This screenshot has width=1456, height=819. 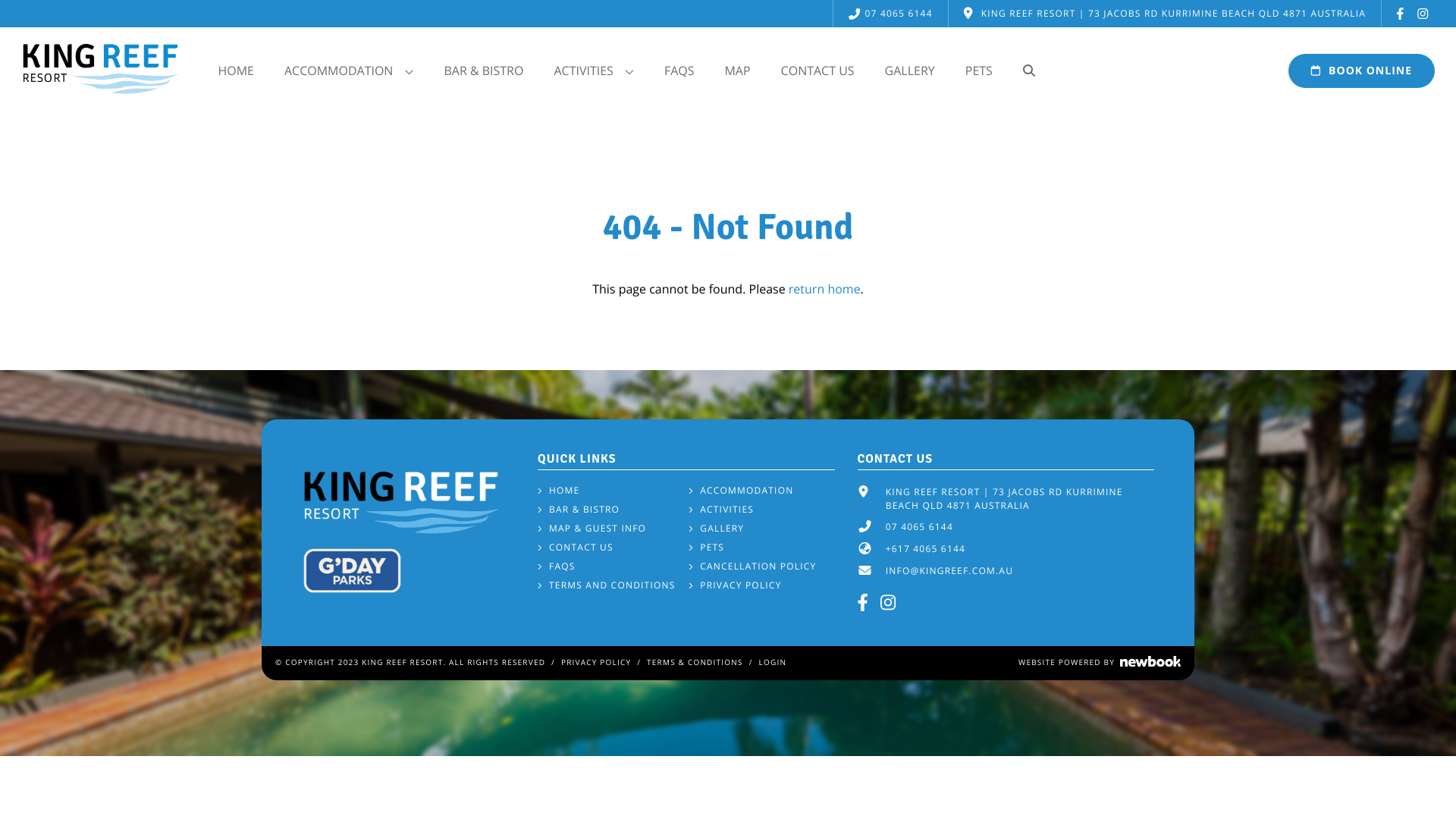 I want to click on 'MAP', so click(x=736, y=70).